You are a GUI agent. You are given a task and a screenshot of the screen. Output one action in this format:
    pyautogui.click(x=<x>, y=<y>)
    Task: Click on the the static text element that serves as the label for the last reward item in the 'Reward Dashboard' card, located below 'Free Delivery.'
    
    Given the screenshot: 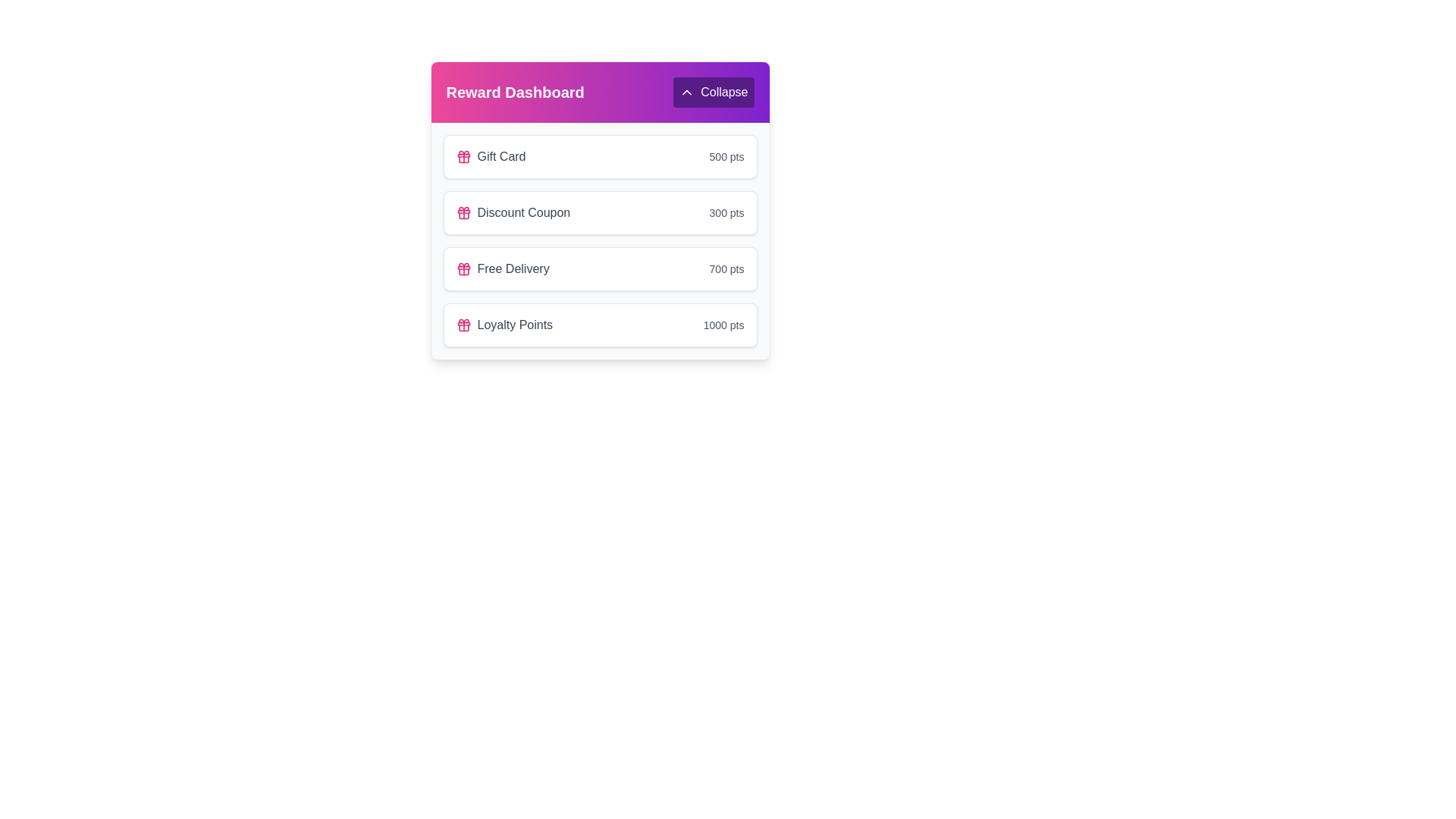 What is the action you would take?
    pyautogui.click(x=515, y=324)
    